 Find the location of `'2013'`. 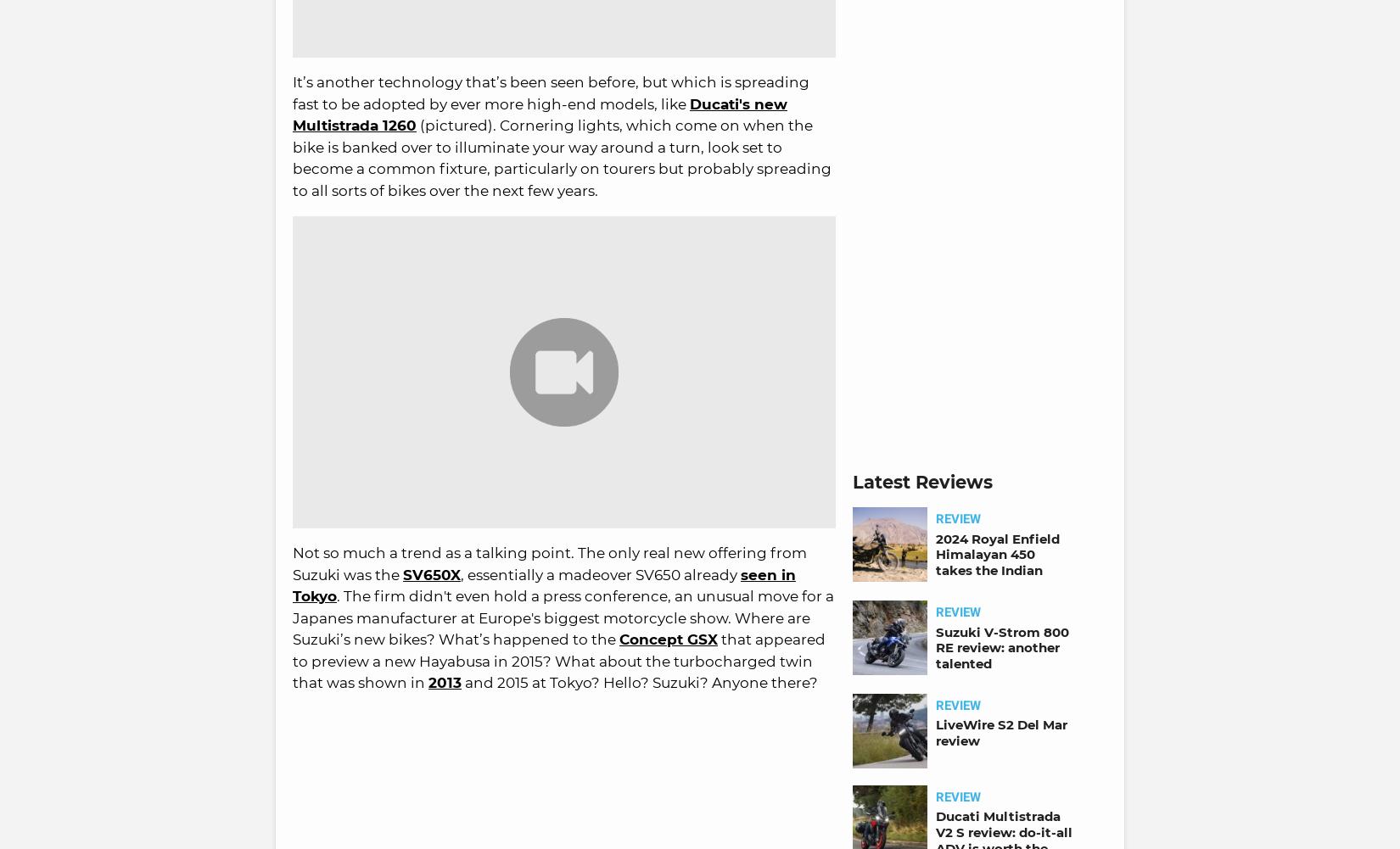

'2013' is located at coordinates (444, 682).